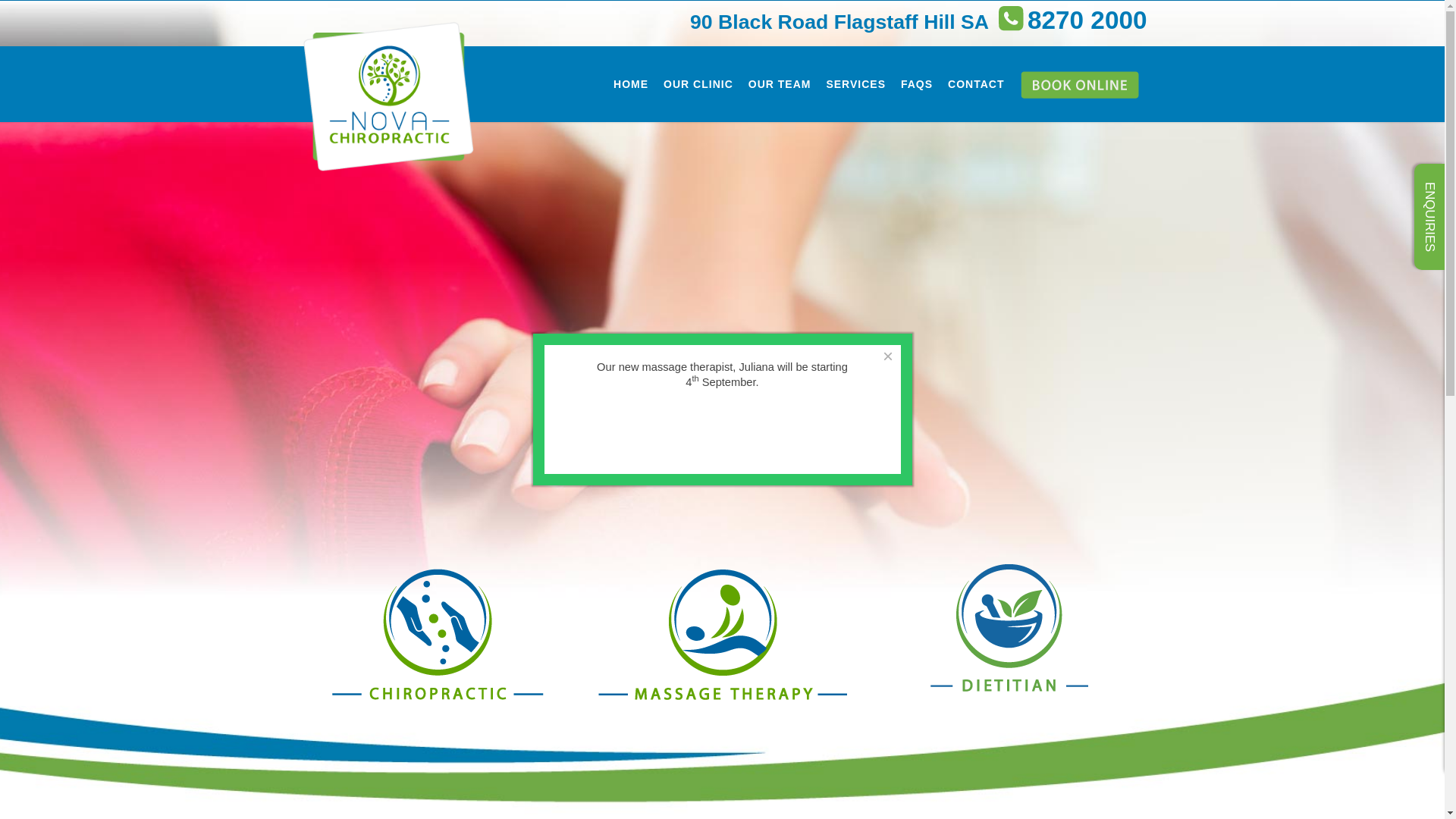 Image resolution: width=1456 pixels, height=819 pixels. Describe the element at coordinates (855, 84) in the screenshot. I see `'SERVICES'` at that location.